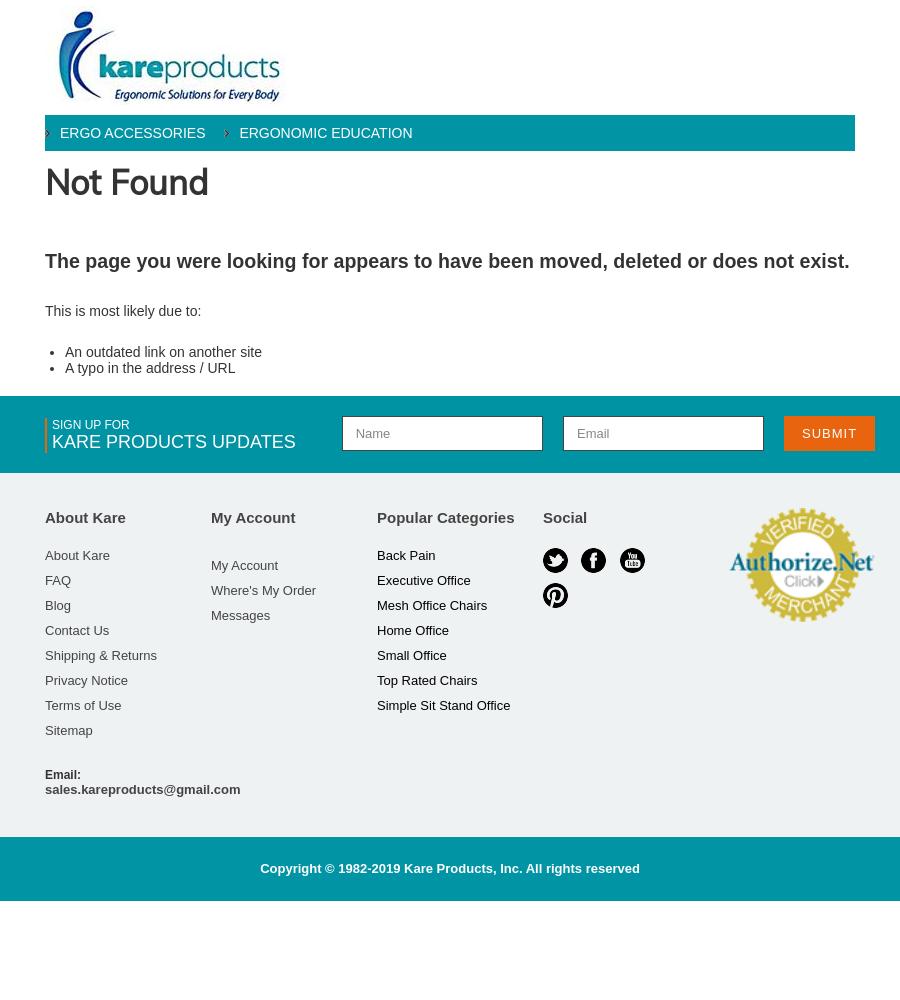 The height and width of the screenshot is (1000, 900). I want to click on 'Email:', so click(62, 775).